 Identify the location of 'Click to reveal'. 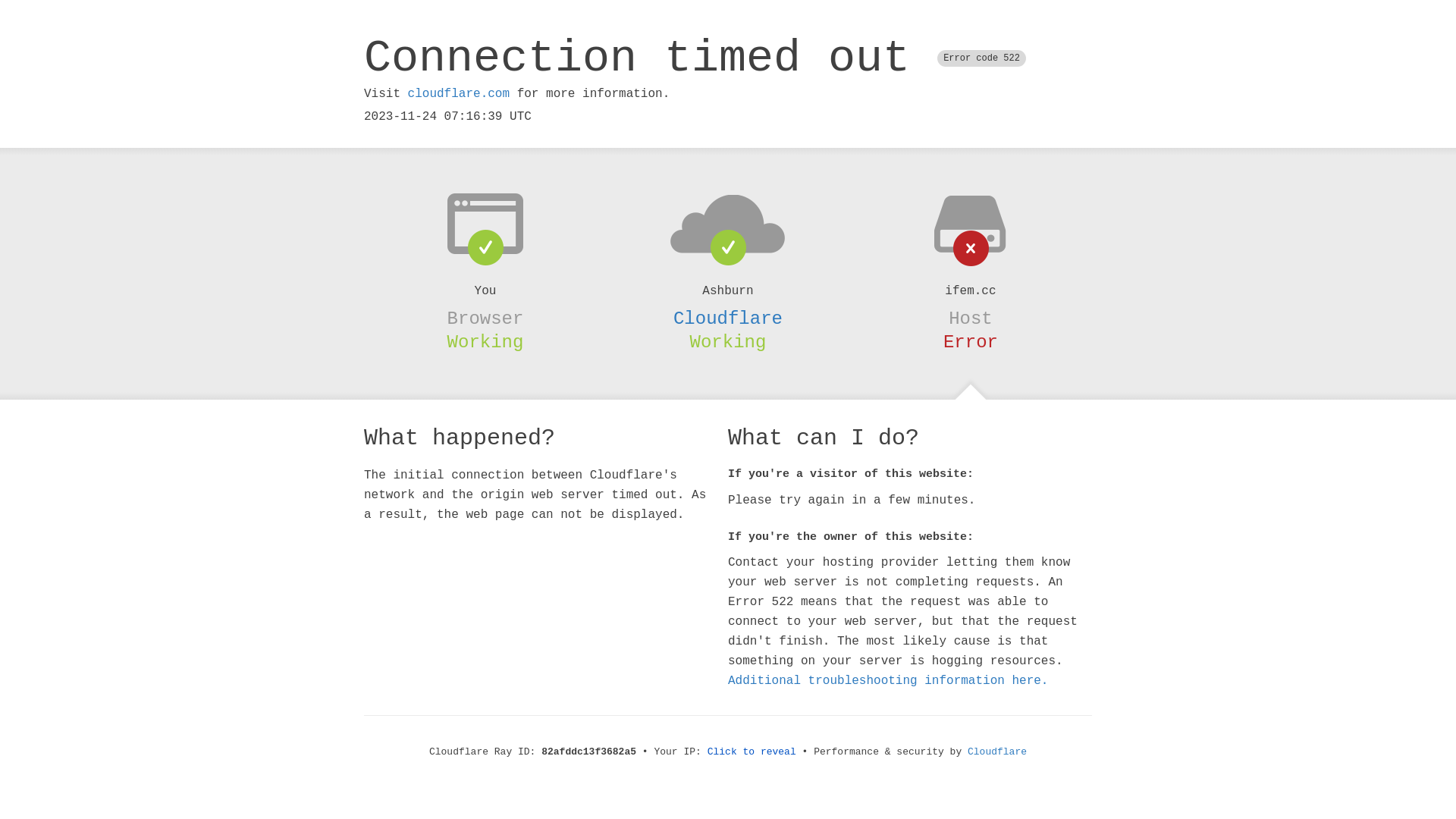
(706, 752).